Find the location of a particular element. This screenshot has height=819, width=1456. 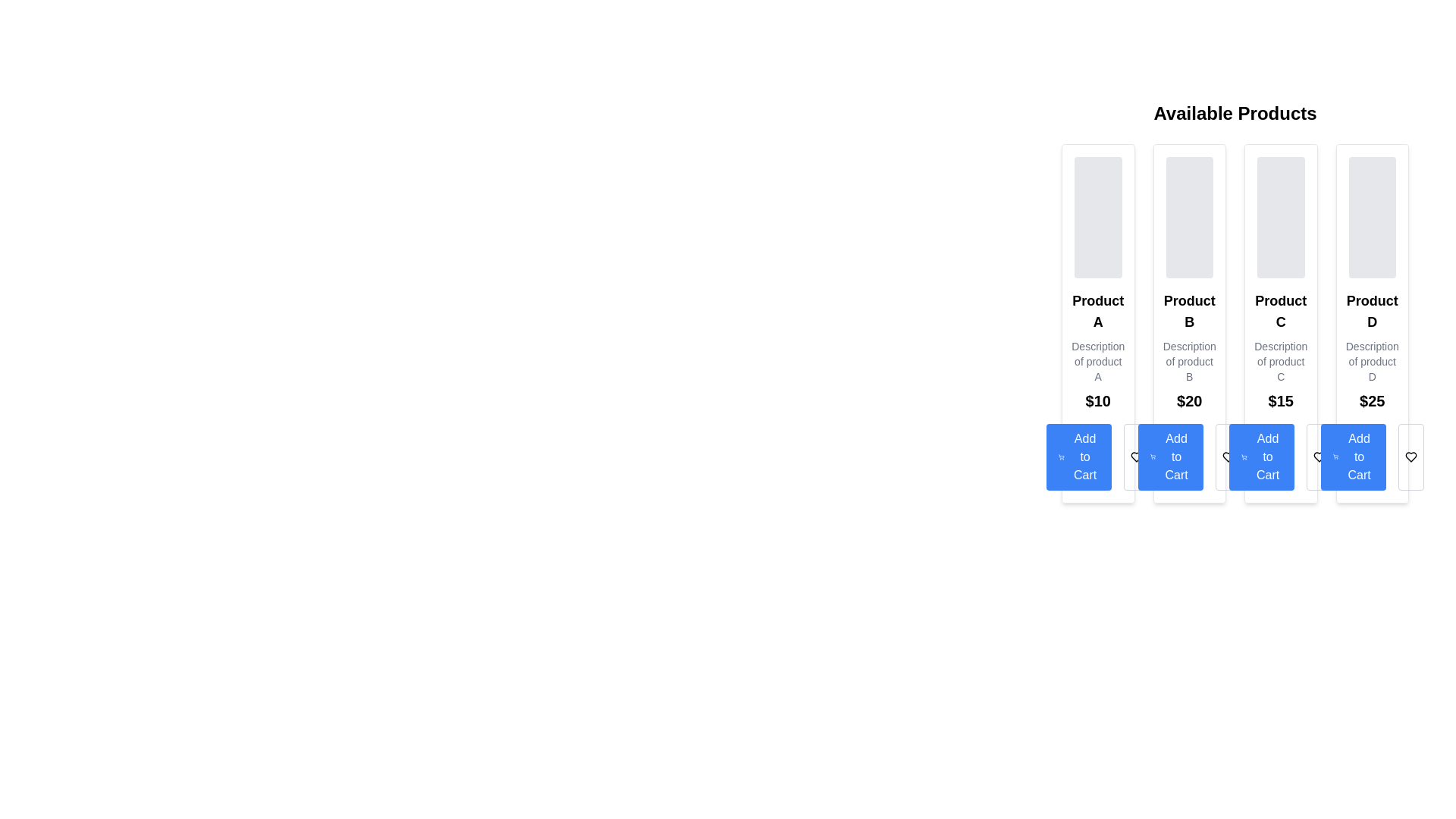

text block containing the phrase 'Description of product C', which is styled in a small gray font and located below the title 'Product C' and above the price '$15' within the card layout is located at coordinates (1280, 362).